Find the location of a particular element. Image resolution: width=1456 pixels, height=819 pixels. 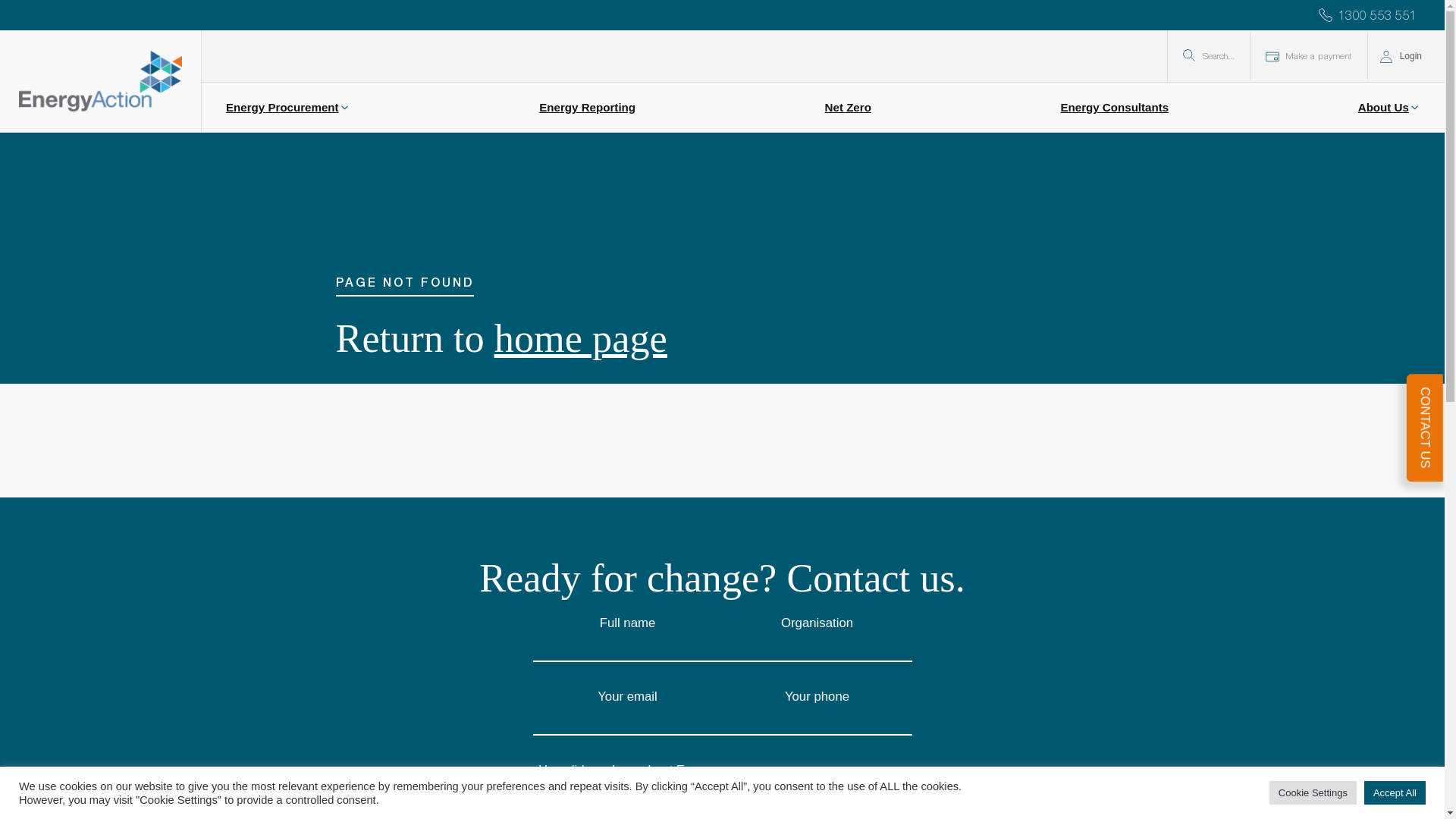

'Cookie Settings' is located at coordinates (1312, 792).